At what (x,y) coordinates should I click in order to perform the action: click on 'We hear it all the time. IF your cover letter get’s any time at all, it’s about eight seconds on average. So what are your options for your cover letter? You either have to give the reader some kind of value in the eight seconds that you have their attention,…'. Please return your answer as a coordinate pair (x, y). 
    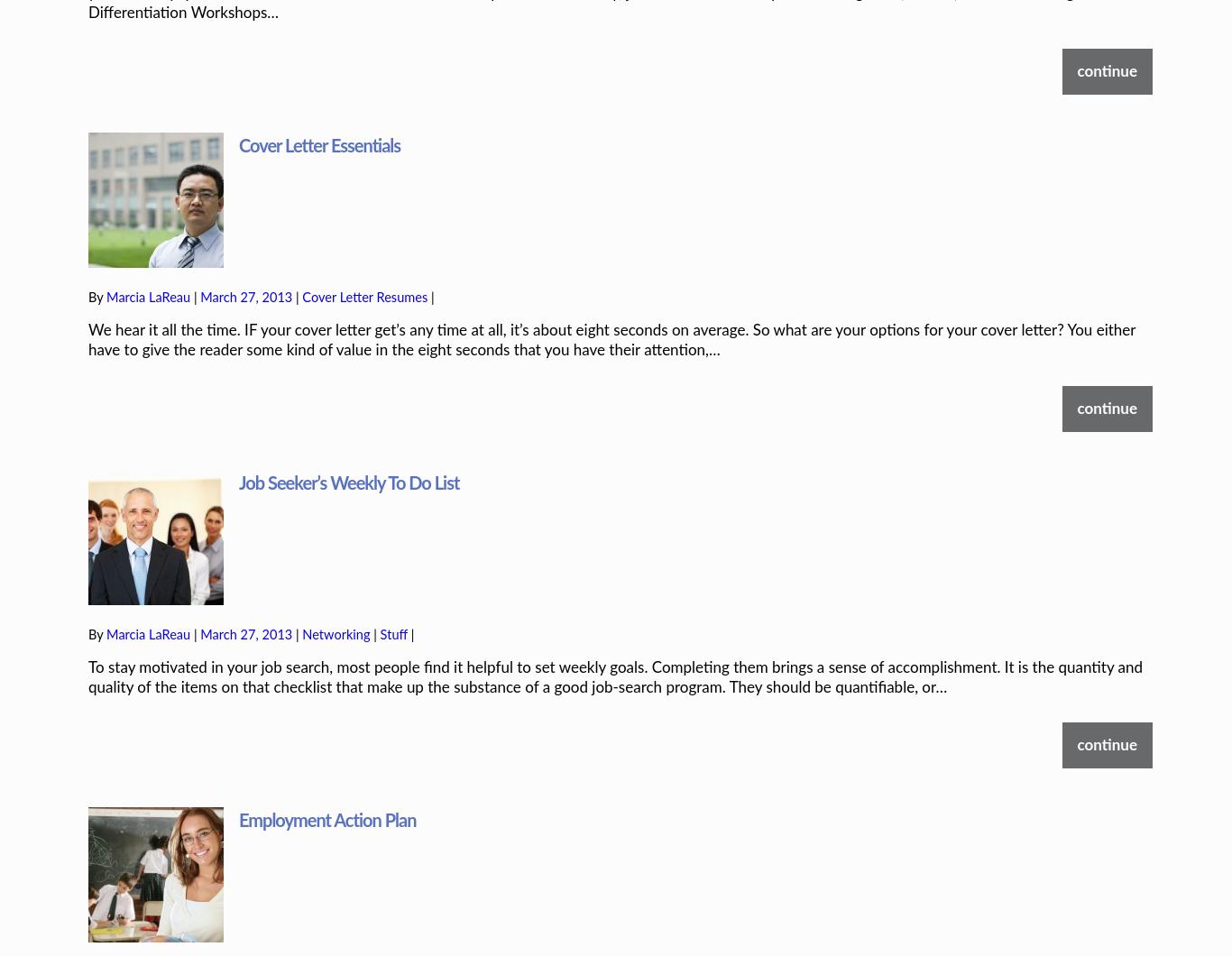
    Looking at the image, I should click on (87, 278).